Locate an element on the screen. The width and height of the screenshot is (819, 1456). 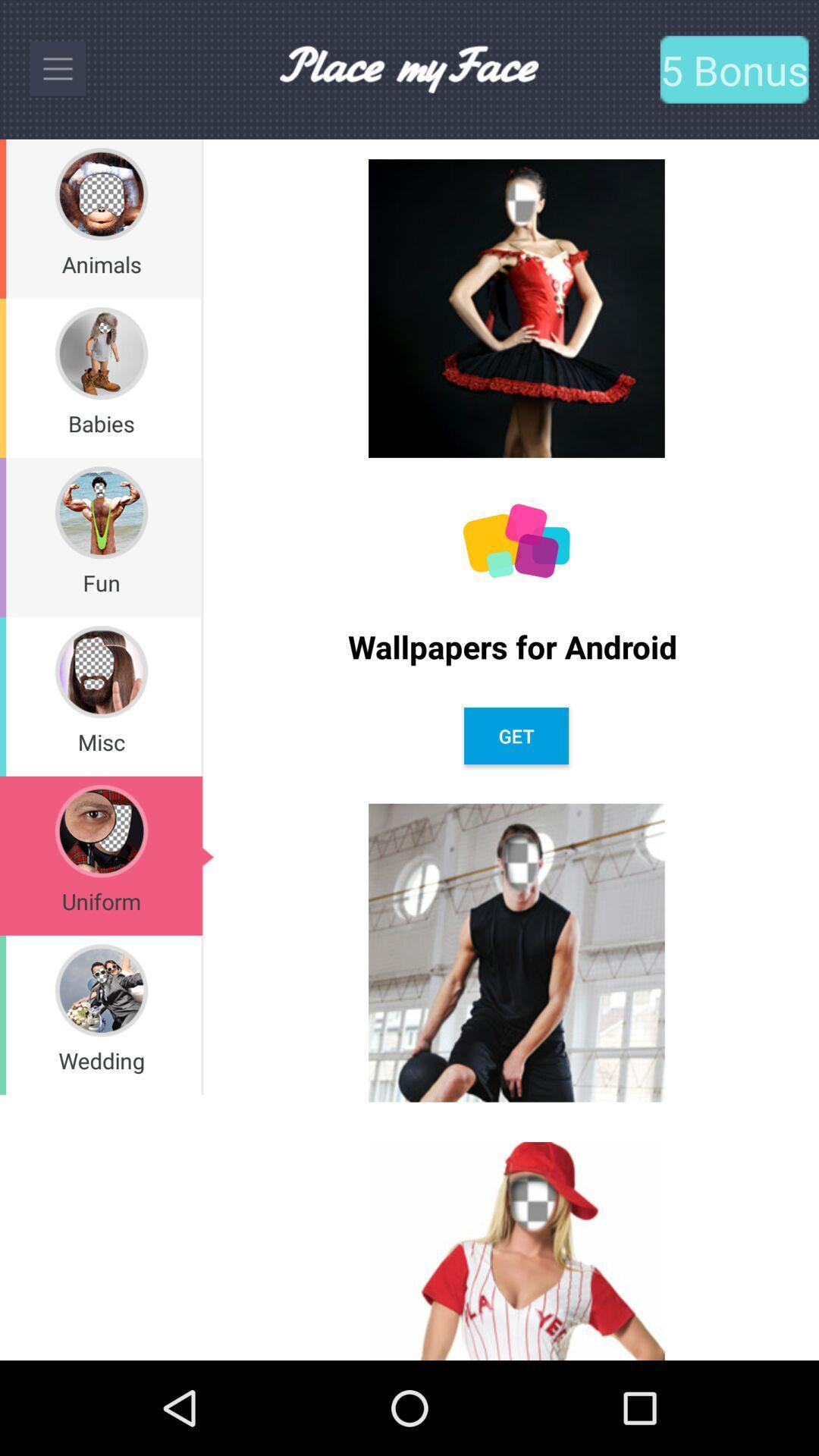
menu is located at coordinates (57, 68).